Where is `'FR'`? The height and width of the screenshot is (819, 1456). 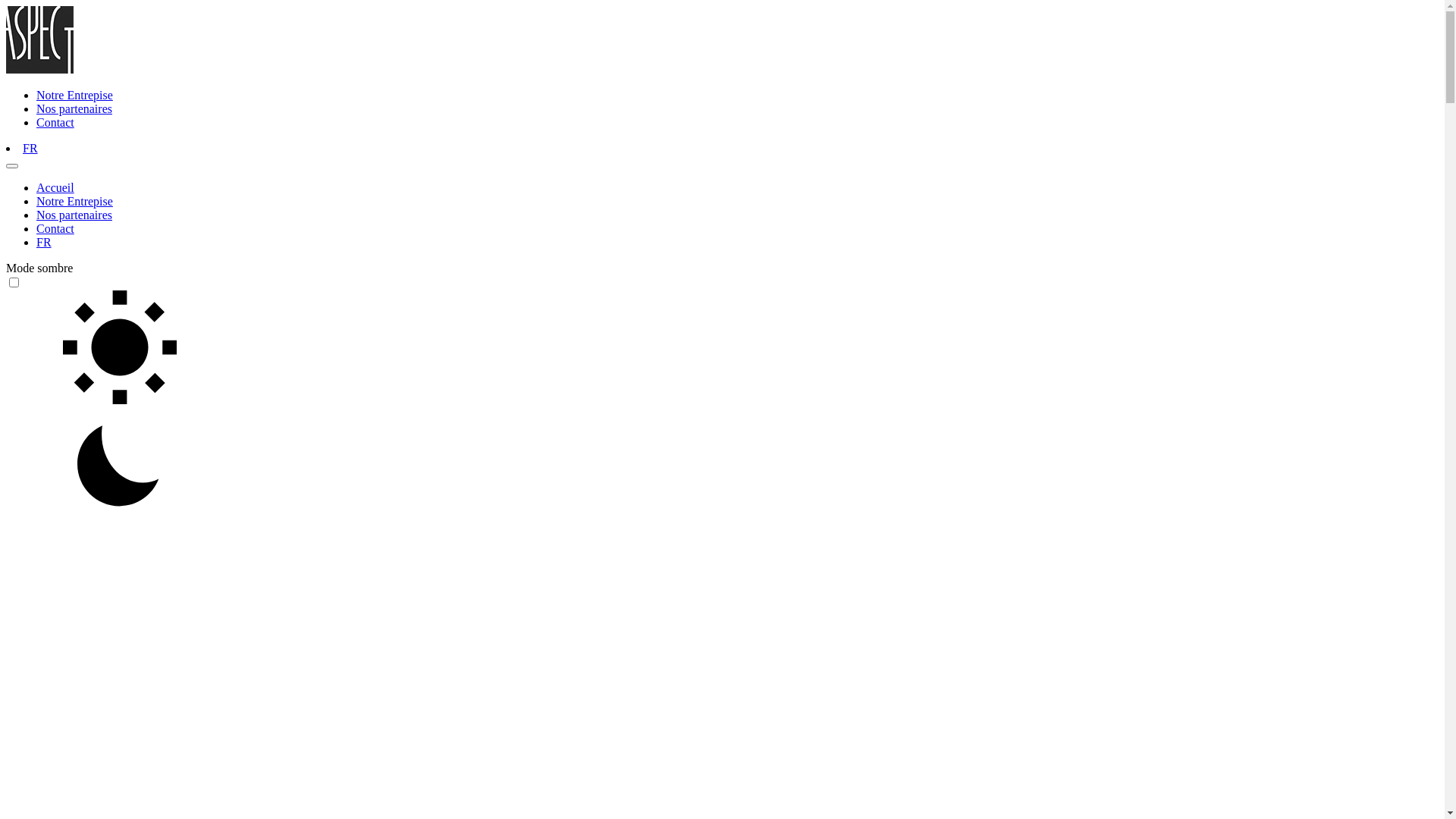
'FR' is located at coordinates (30, 148).